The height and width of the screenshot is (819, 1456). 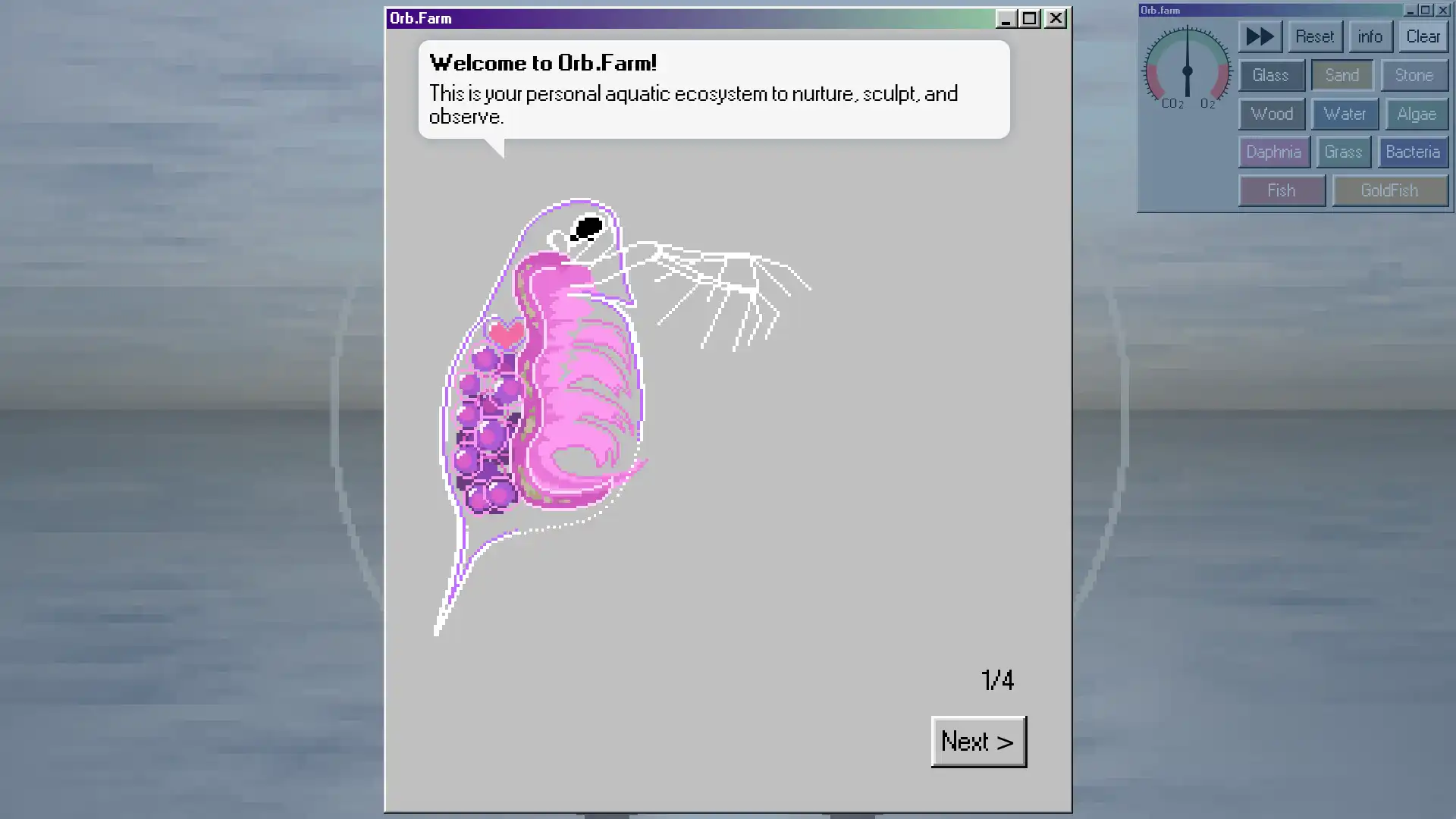 What do you see at coordinates (701, 19) in the screenshot?
I see `Reset` at bounding box center [701, 19].